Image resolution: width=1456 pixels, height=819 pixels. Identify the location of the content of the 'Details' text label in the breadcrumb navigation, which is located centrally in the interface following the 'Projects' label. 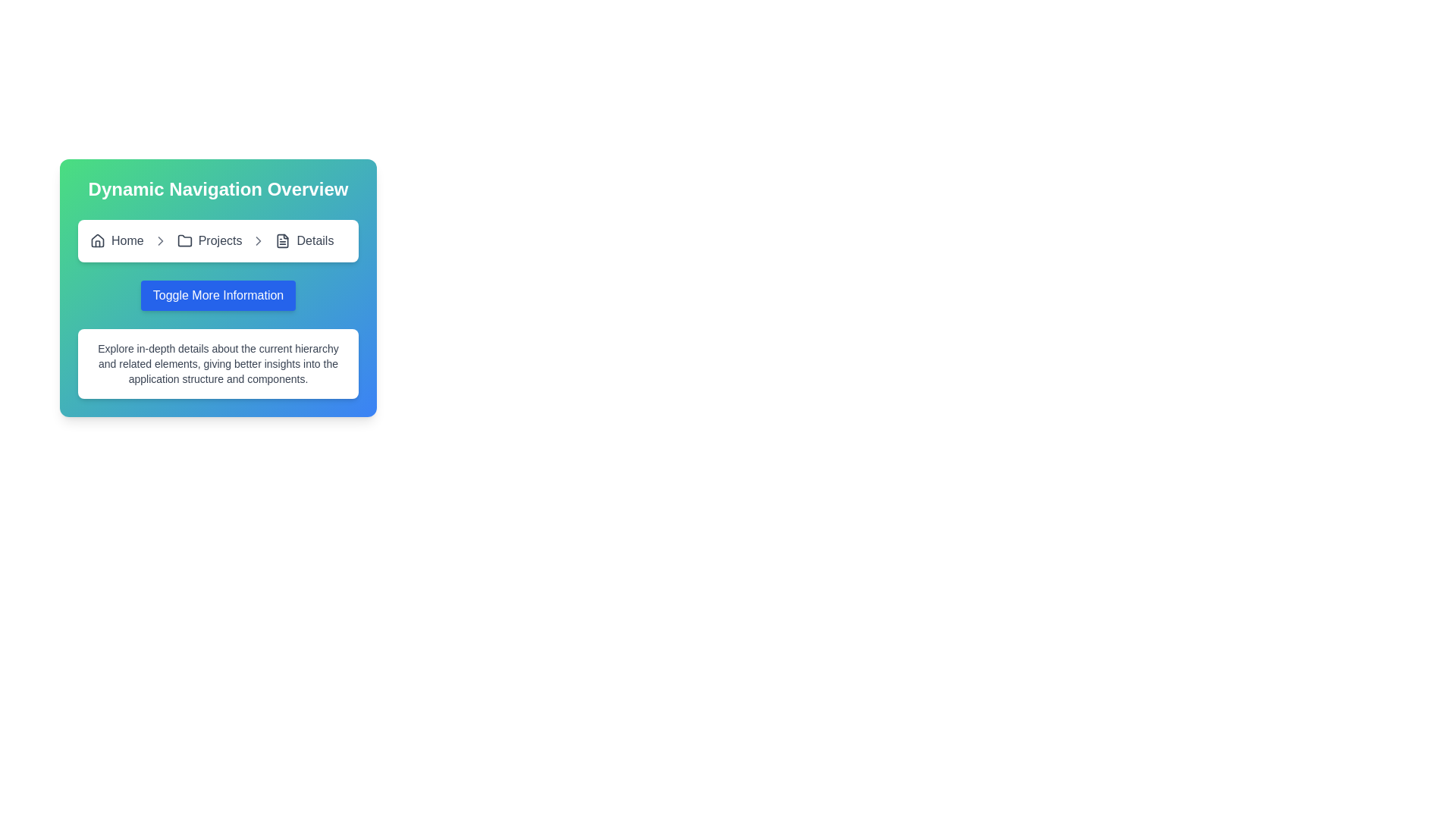
(314, 240).